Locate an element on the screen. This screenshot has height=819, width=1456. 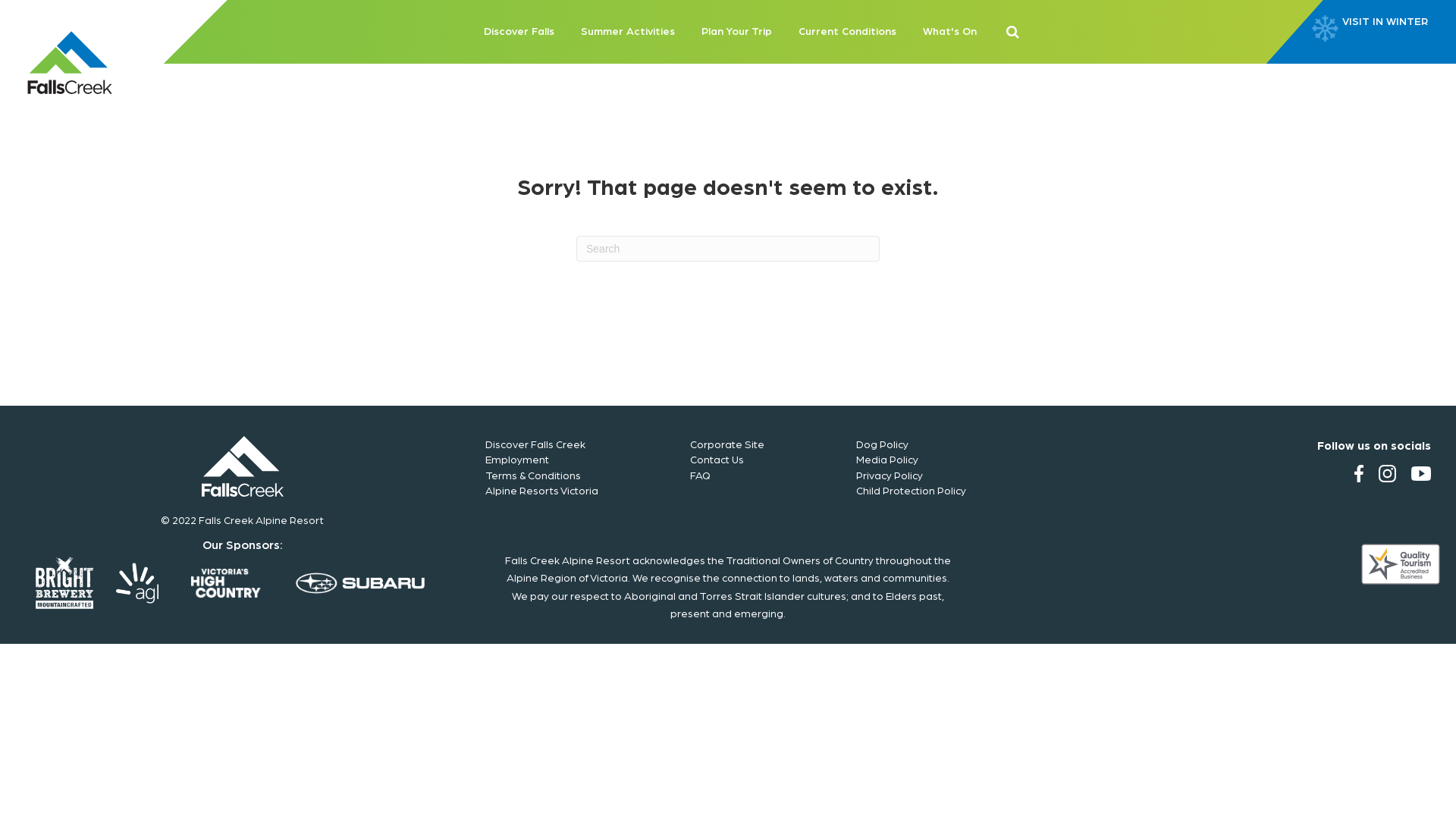
'Type and press Enter to search.' is located at coordinates (728, 247).